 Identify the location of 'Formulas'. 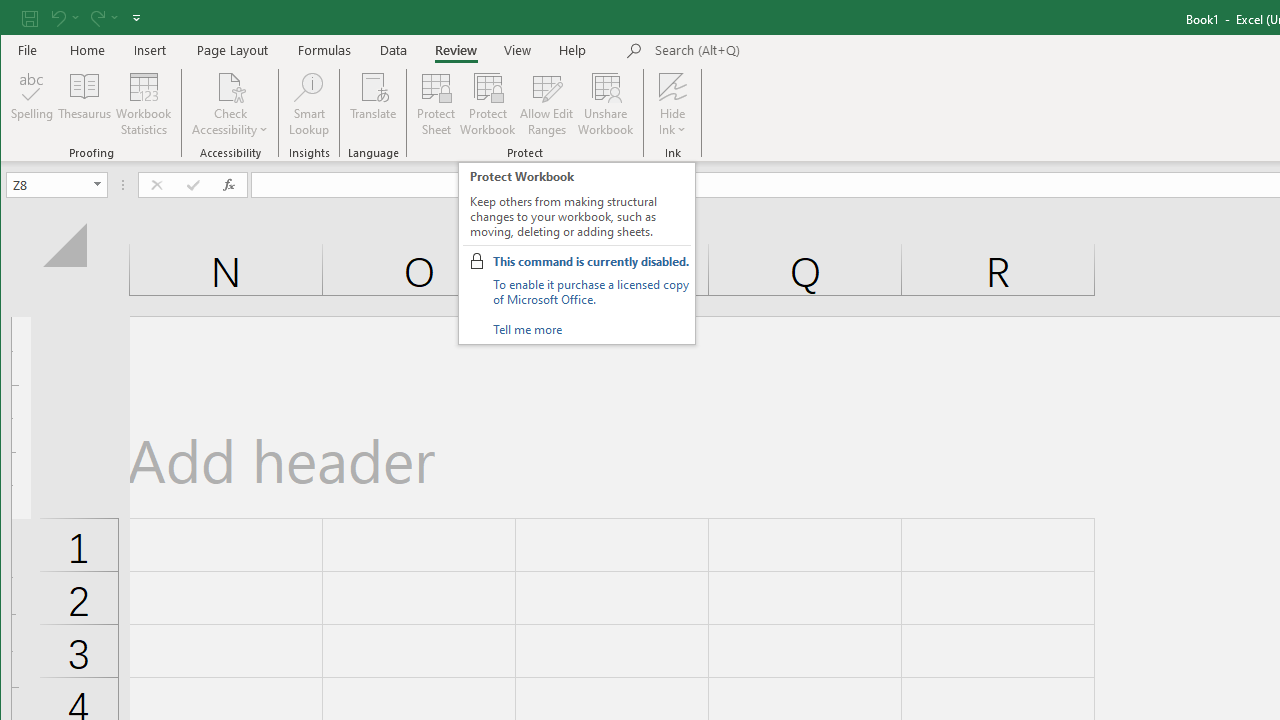
(325, 49).